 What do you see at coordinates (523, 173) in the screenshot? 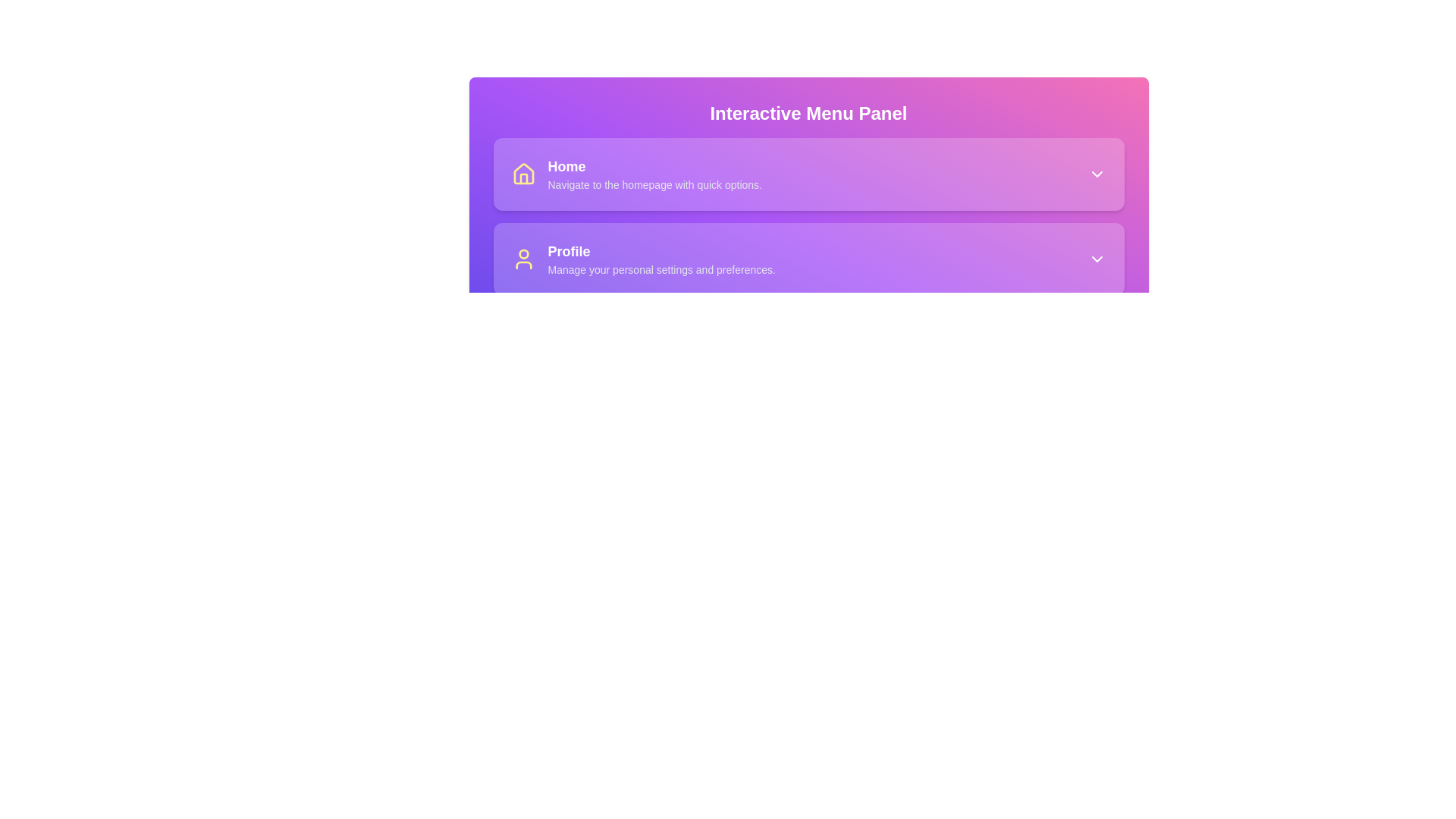
I see `the house icon graphic with a yellow outline on a purple background, located on the left side of the 'Home' option in the interactive menu panel` at bounding box center [523, 173].